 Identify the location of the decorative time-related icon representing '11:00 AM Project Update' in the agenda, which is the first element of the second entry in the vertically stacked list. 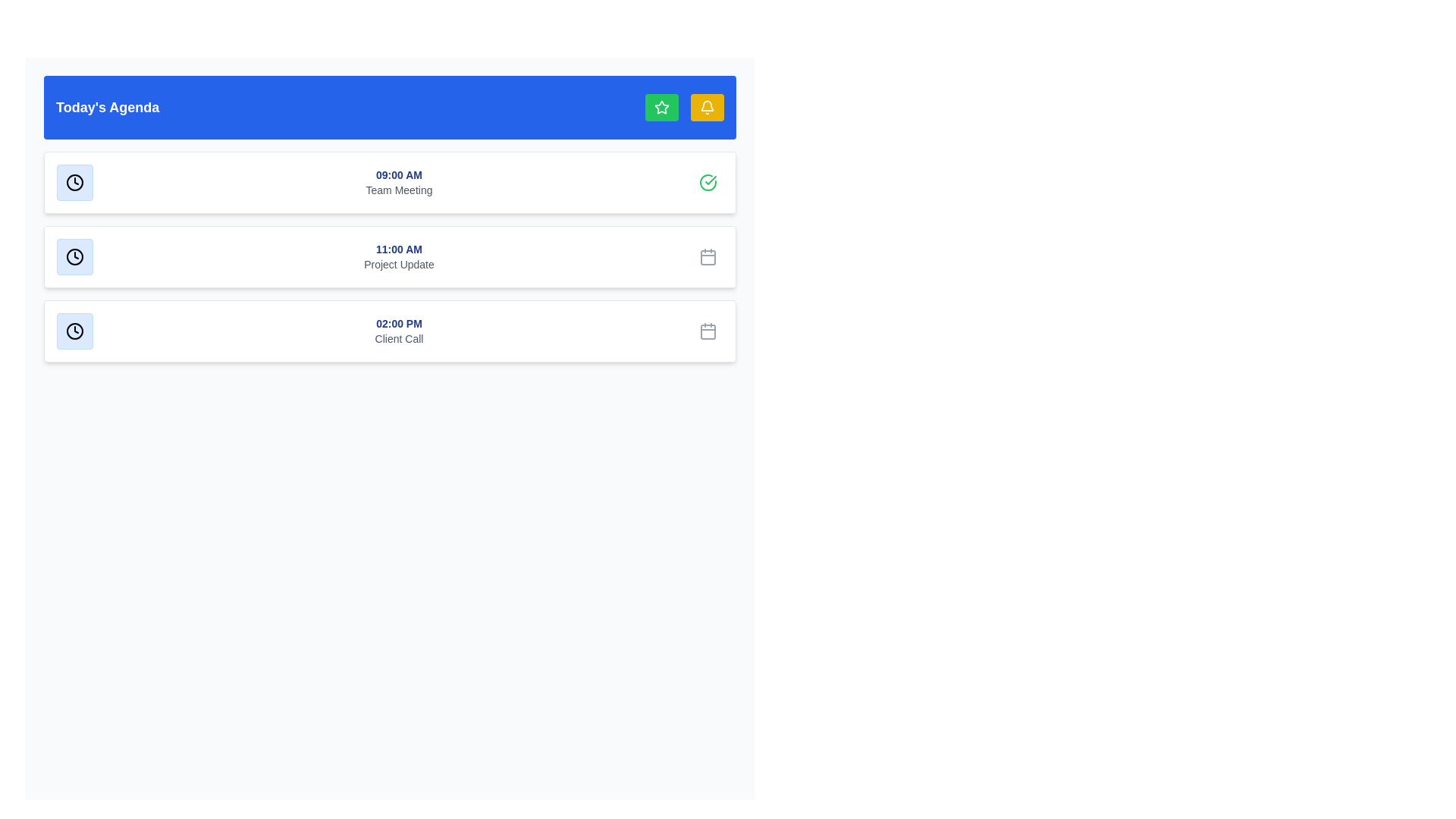
(74, 256).